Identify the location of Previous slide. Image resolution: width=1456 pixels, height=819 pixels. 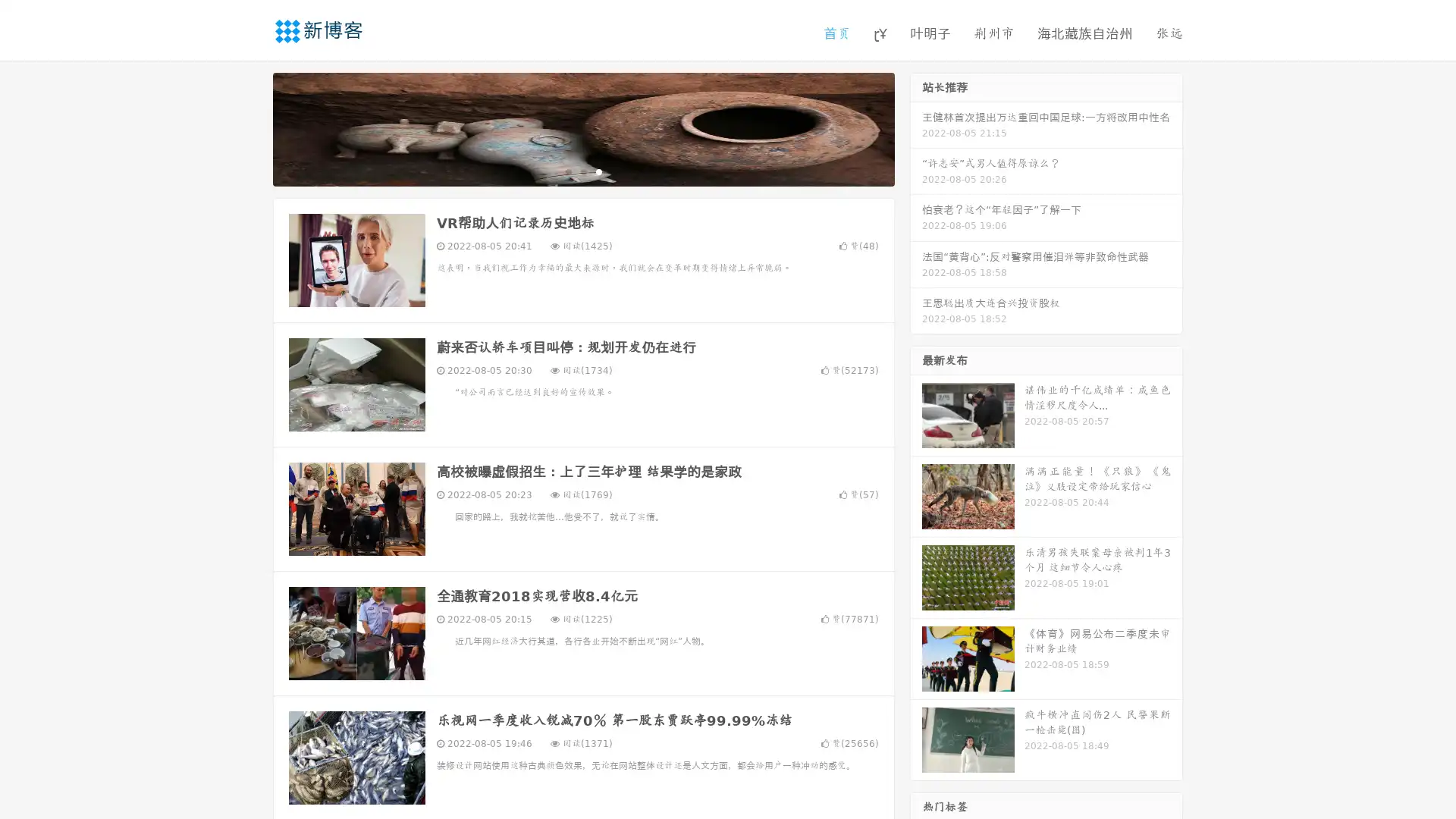
(250, 127).